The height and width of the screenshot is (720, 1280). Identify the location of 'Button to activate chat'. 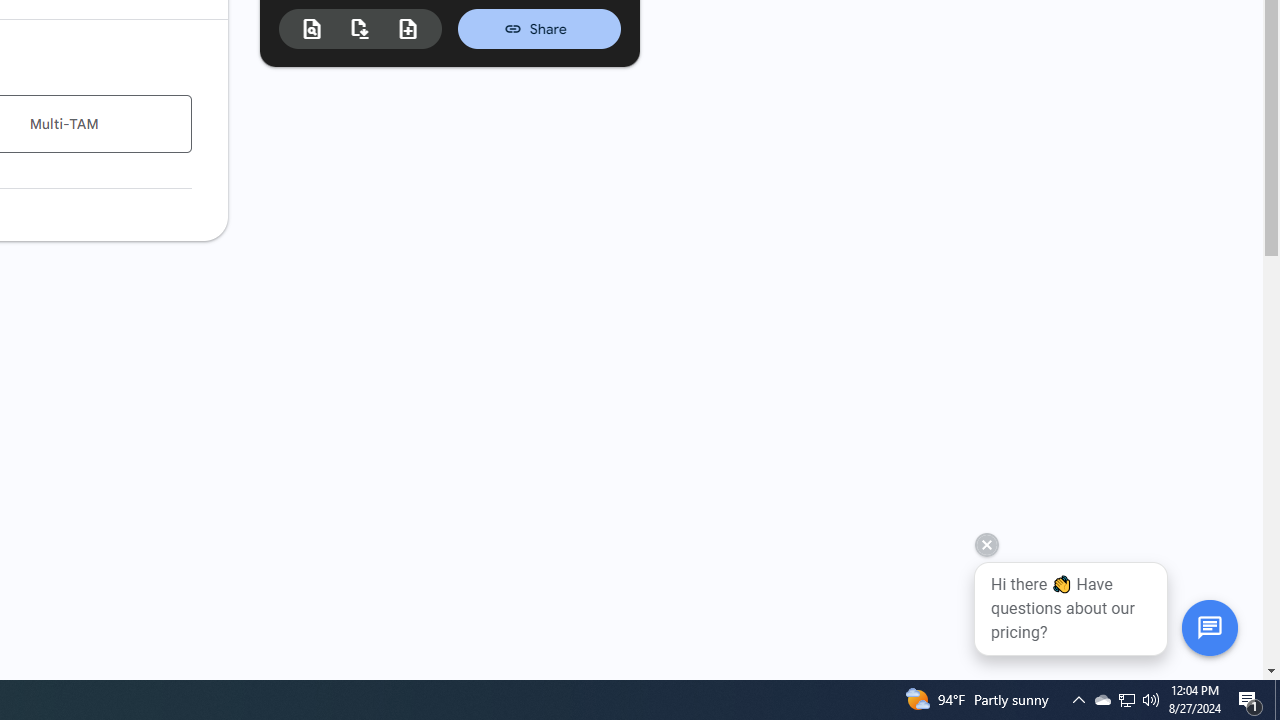
(1208, 626).